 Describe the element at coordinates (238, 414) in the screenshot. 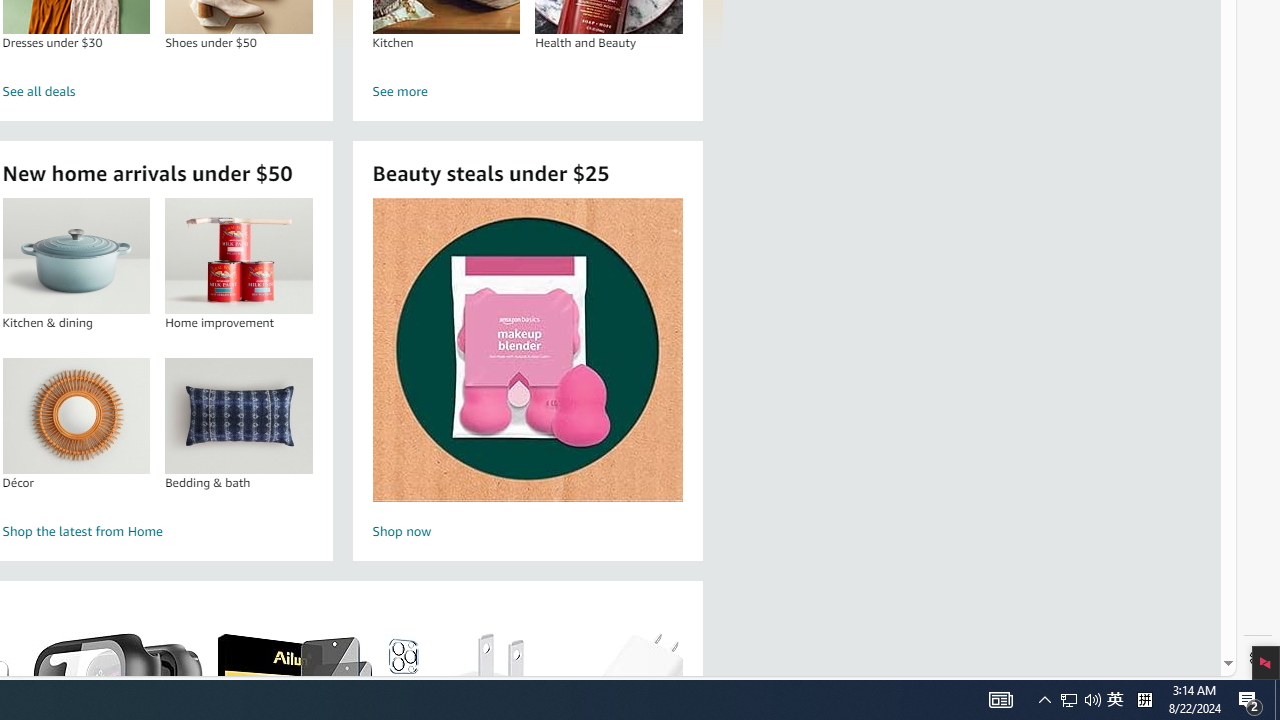

I see `'Bedding & bath'` at that location.